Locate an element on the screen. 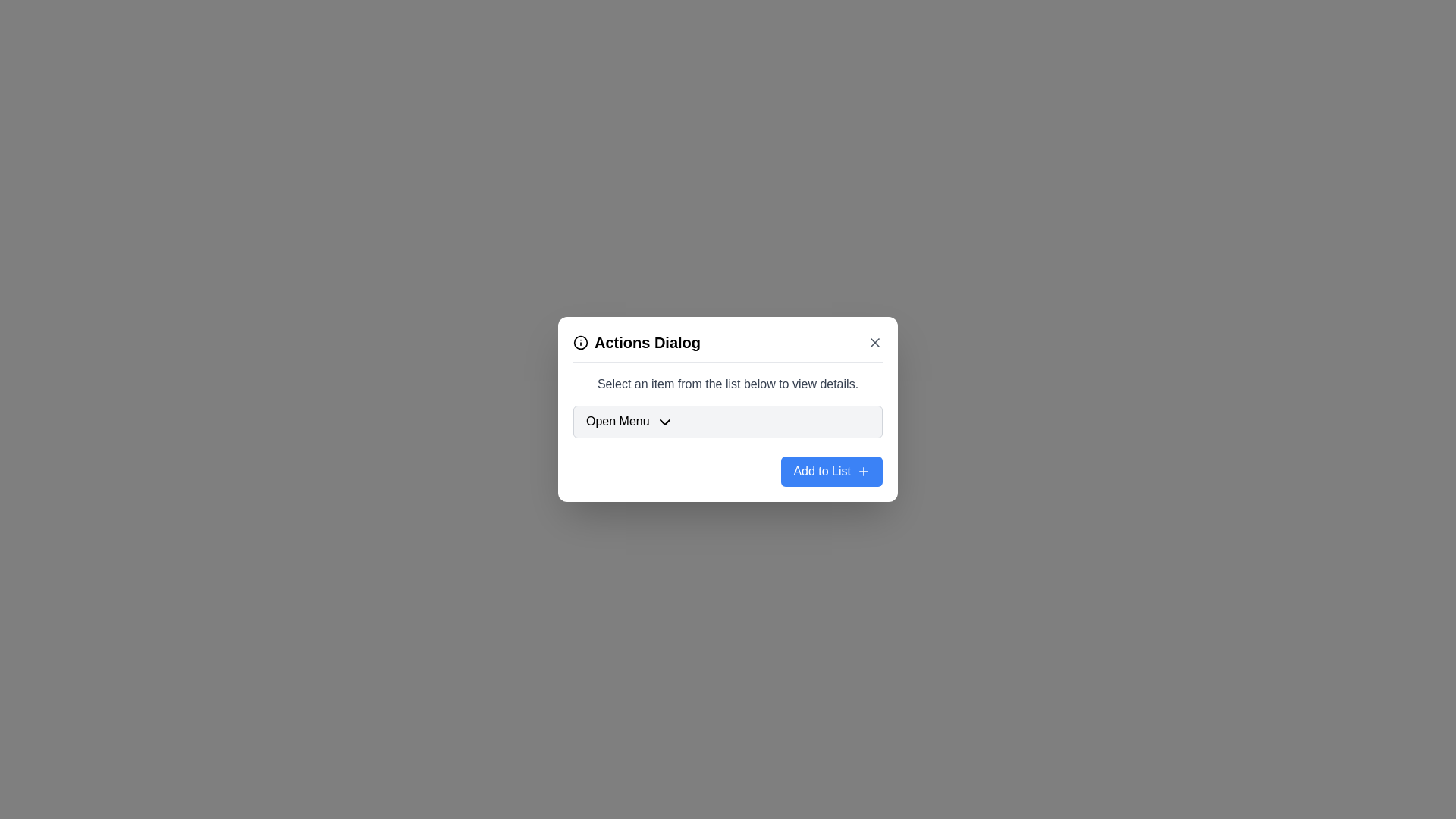 This screenshot has height=819, width=1456. 'Add to List' button to perform the action is located at coordinates (831, 470).